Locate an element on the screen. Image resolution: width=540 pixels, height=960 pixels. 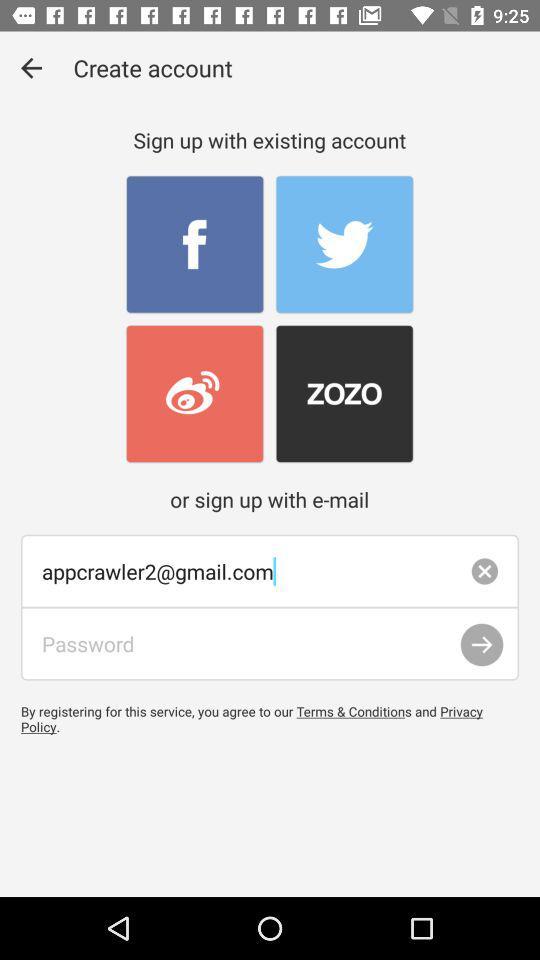
the by registering for is located at coordinates (270, 719).